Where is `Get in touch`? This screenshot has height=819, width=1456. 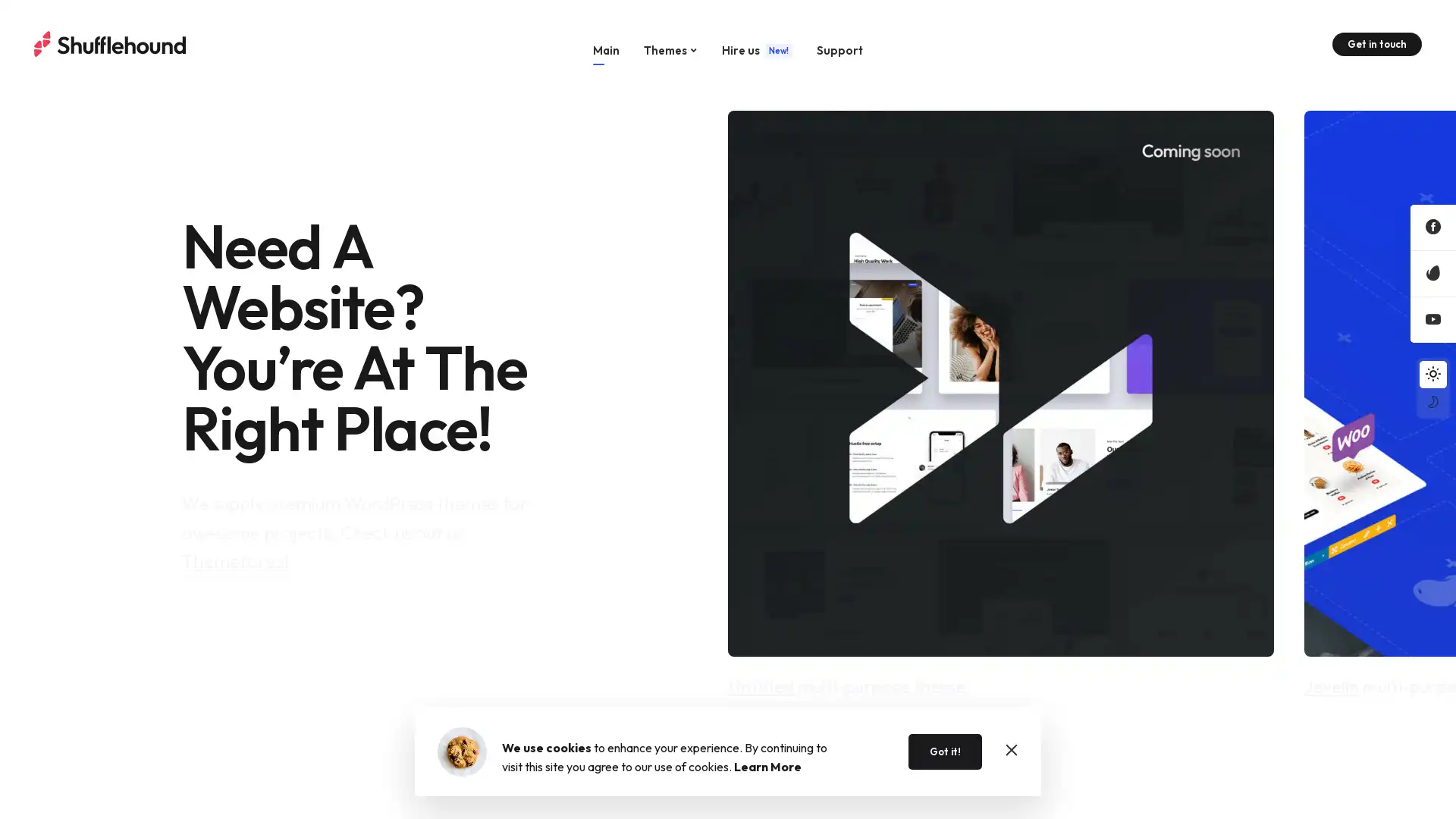 Get in touch is located at coordinates (1376, 42).